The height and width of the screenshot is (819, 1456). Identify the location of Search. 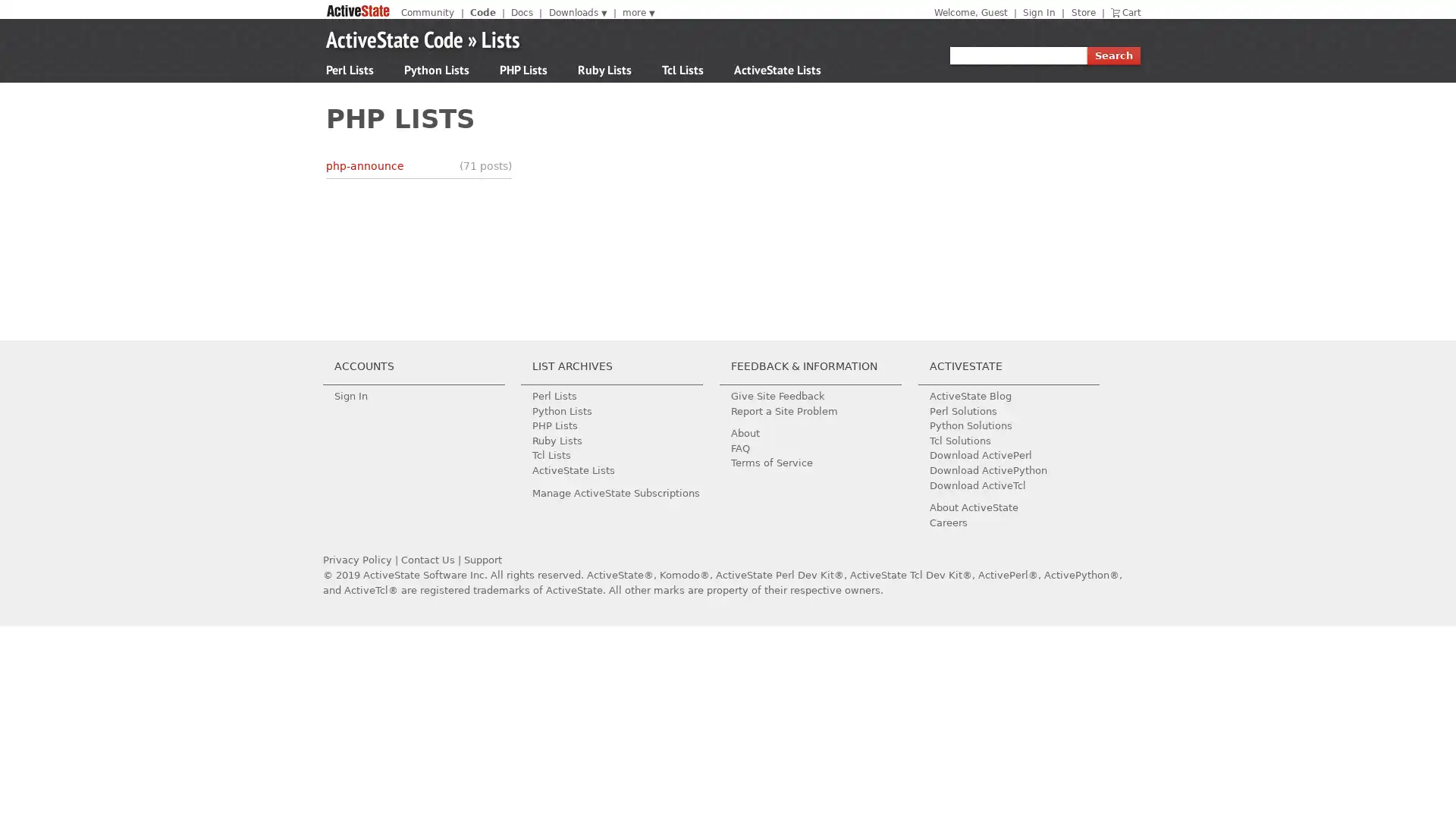
(1113, 55).